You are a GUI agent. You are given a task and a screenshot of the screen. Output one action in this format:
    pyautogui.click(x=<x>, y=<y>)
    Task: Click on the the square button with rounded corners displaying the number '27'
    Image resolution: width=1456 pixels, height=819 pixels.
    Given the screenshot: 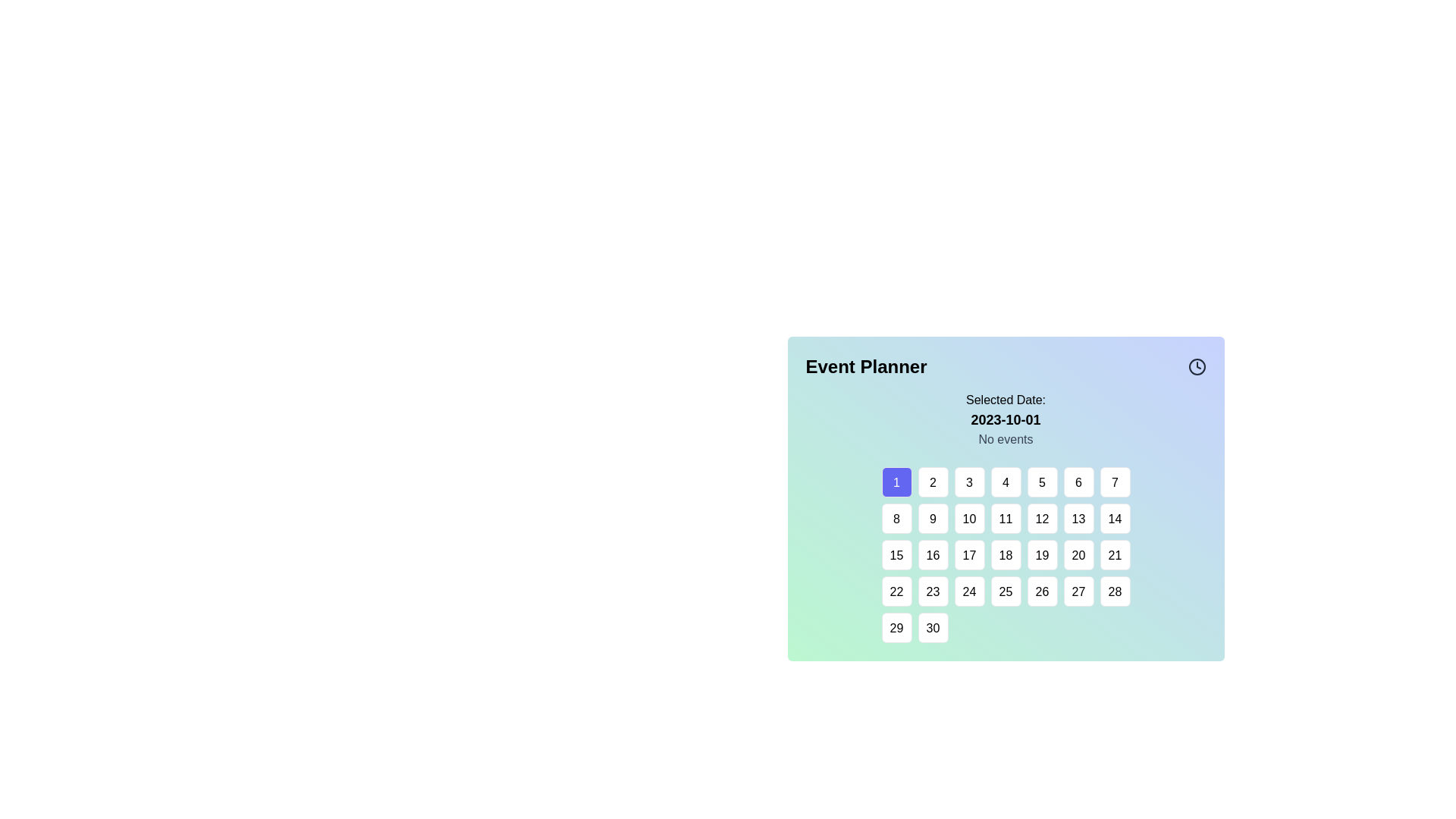 What is the action you would take?
    pyautogui.click(x=1078, y=590)
    